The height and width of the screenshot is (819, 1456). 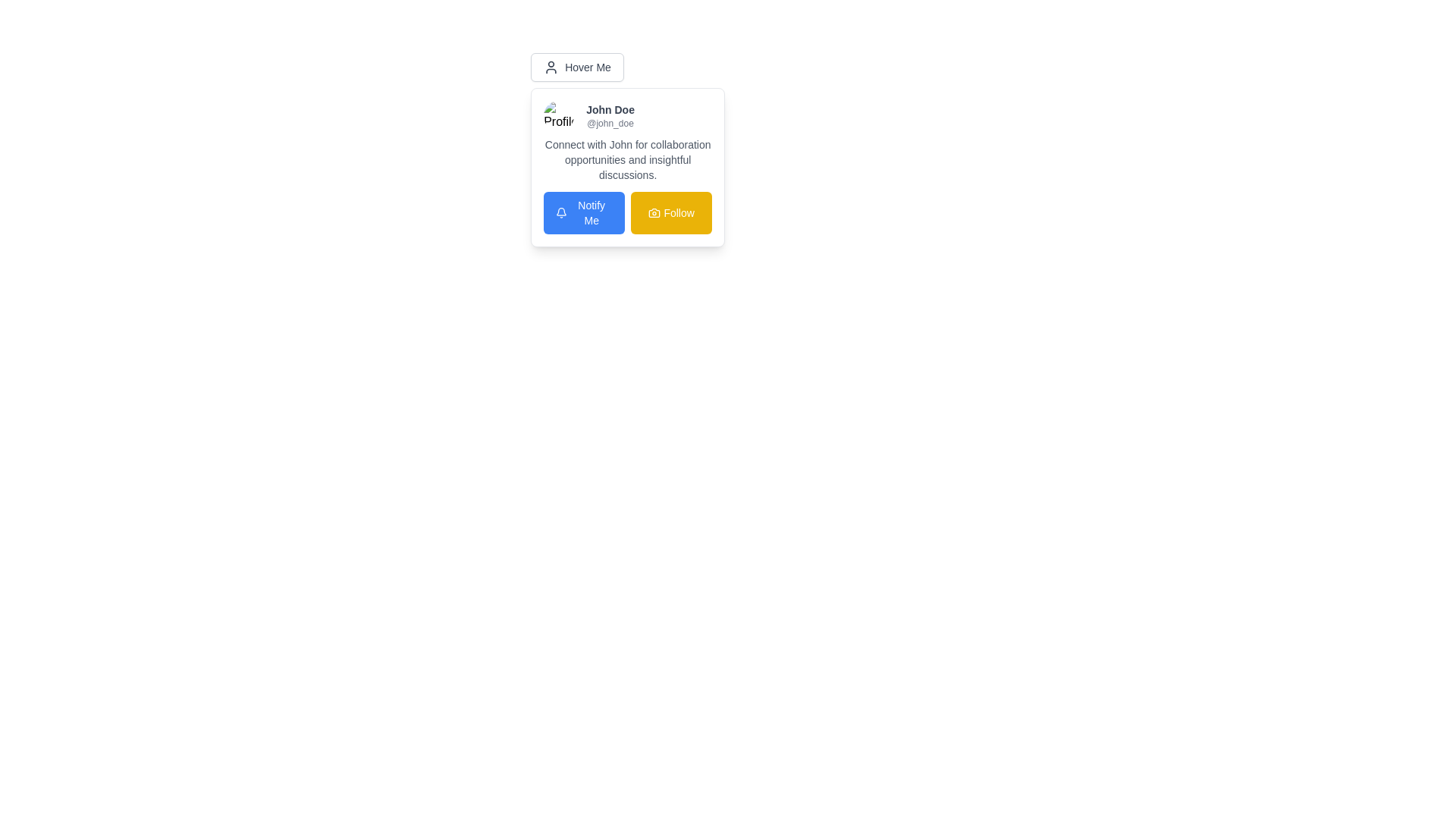 I want to click on the text label displaying 'John Doe', which is located at the top center of the profile card, so click(x=610, y=109).